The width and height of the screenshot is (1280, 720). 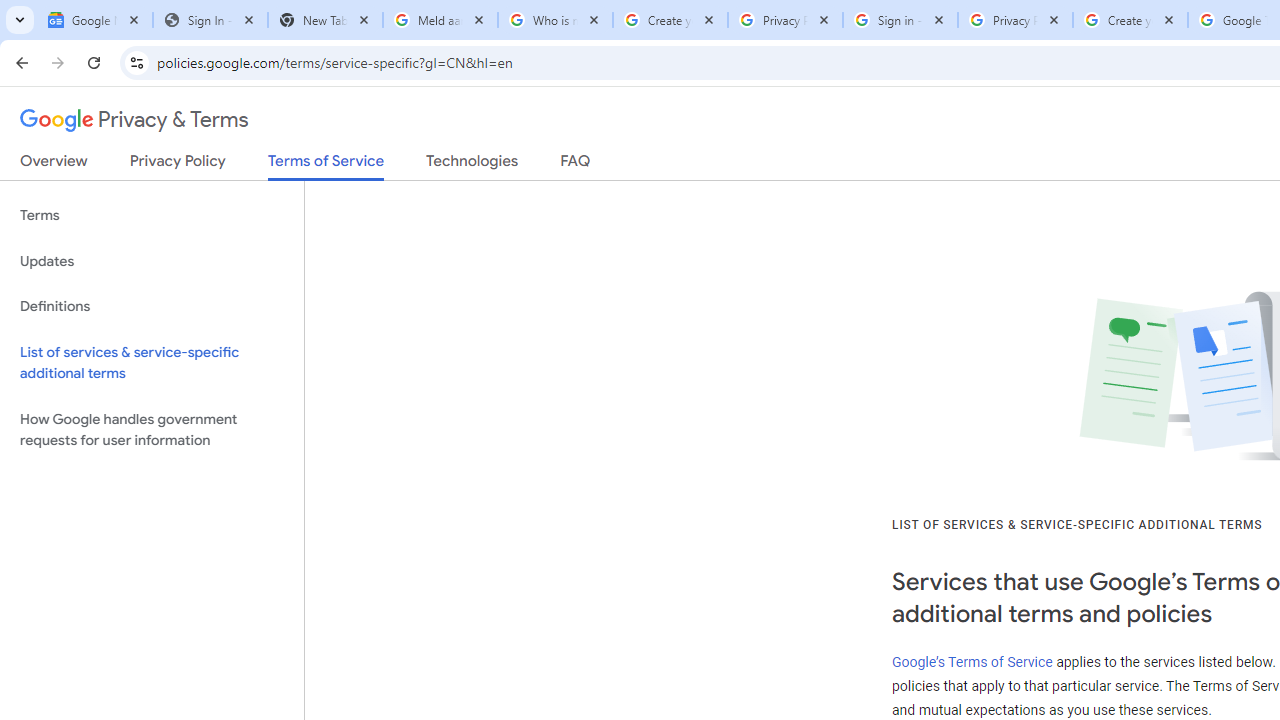 What do you see at coordinates (151, 306) in the screenshot?
I see `'Definitions'` at bounding box center [151, 306].